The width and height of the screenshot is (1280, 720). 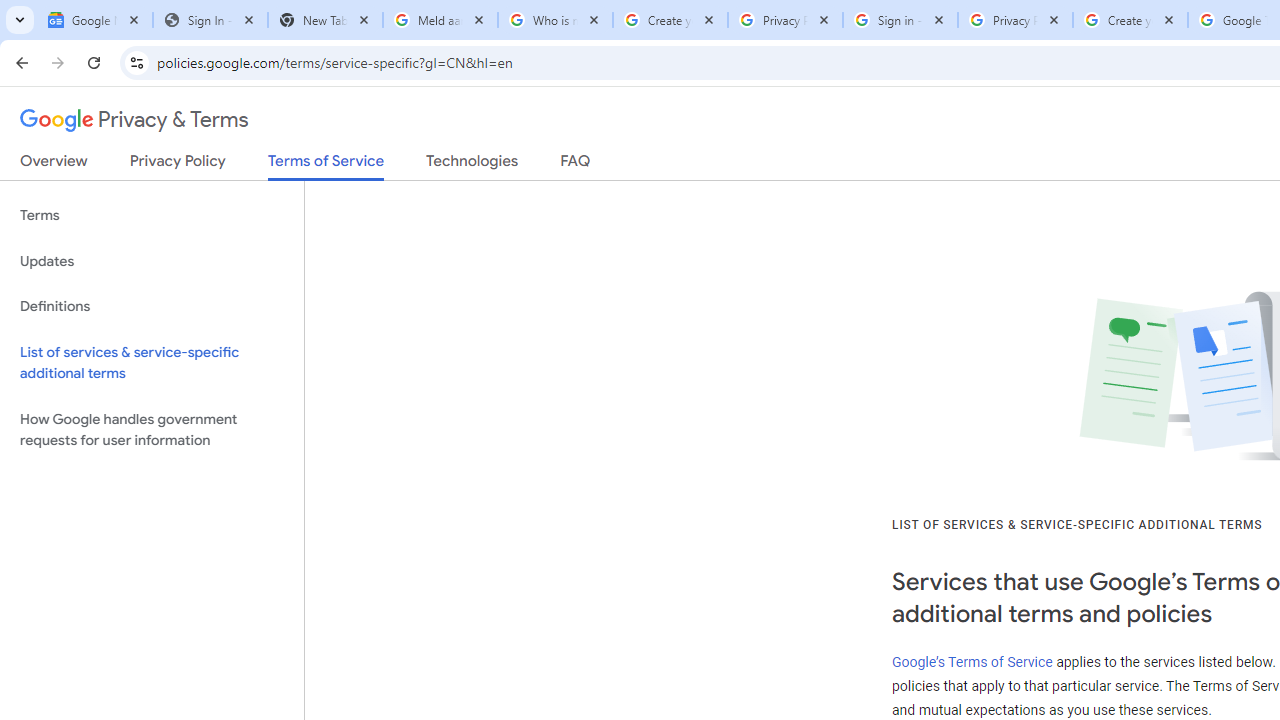 What do you see at coordinates (151, 306) in the screenshot?
I see `'Definitions'` at bounding box center [151, 306].